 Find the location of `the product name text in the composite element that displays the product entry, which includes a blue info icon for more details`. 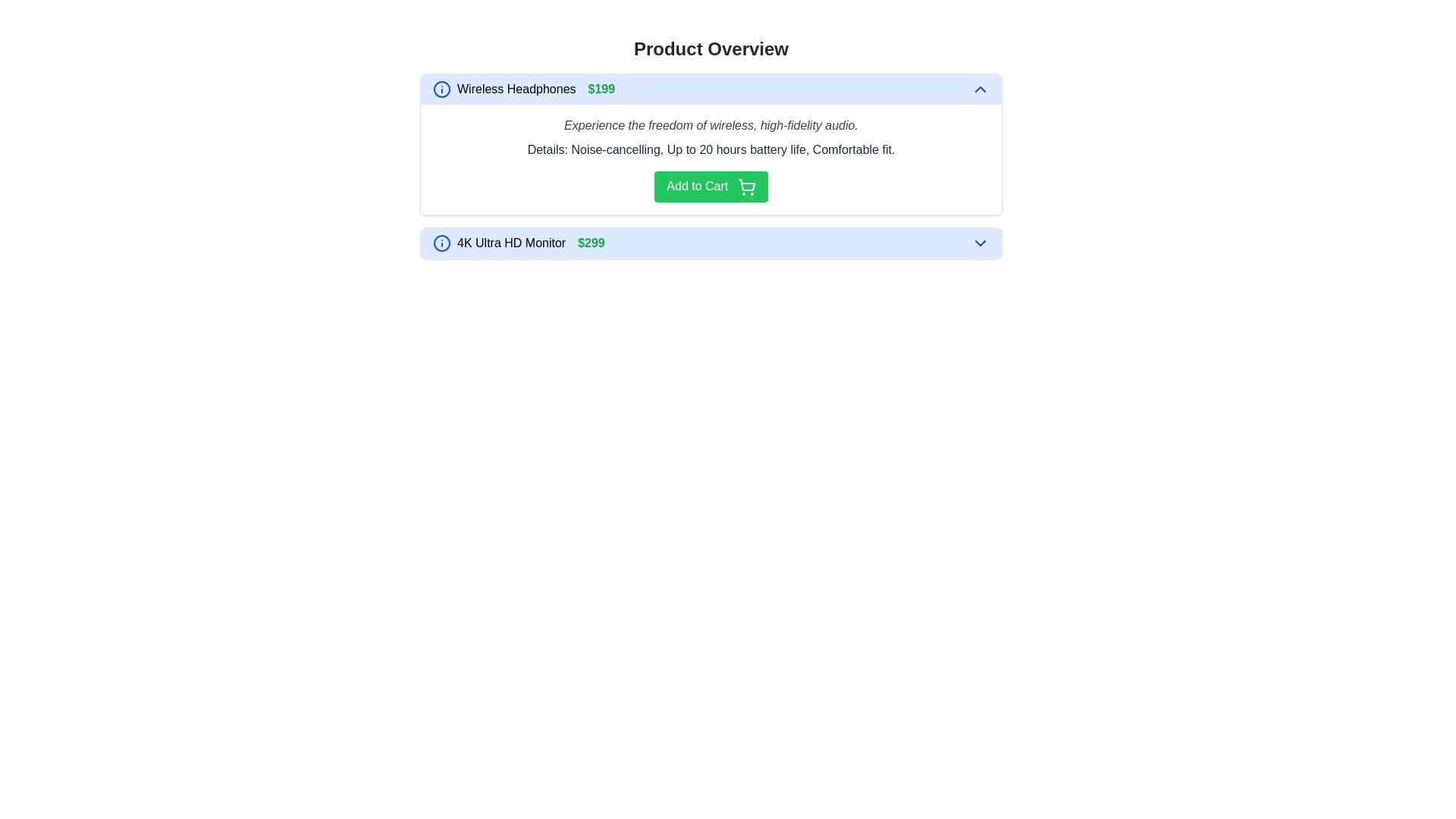

the product name text in the composite element that displays the product entry, which includes a blue info icon for more details is located at coordinates (519, 242).